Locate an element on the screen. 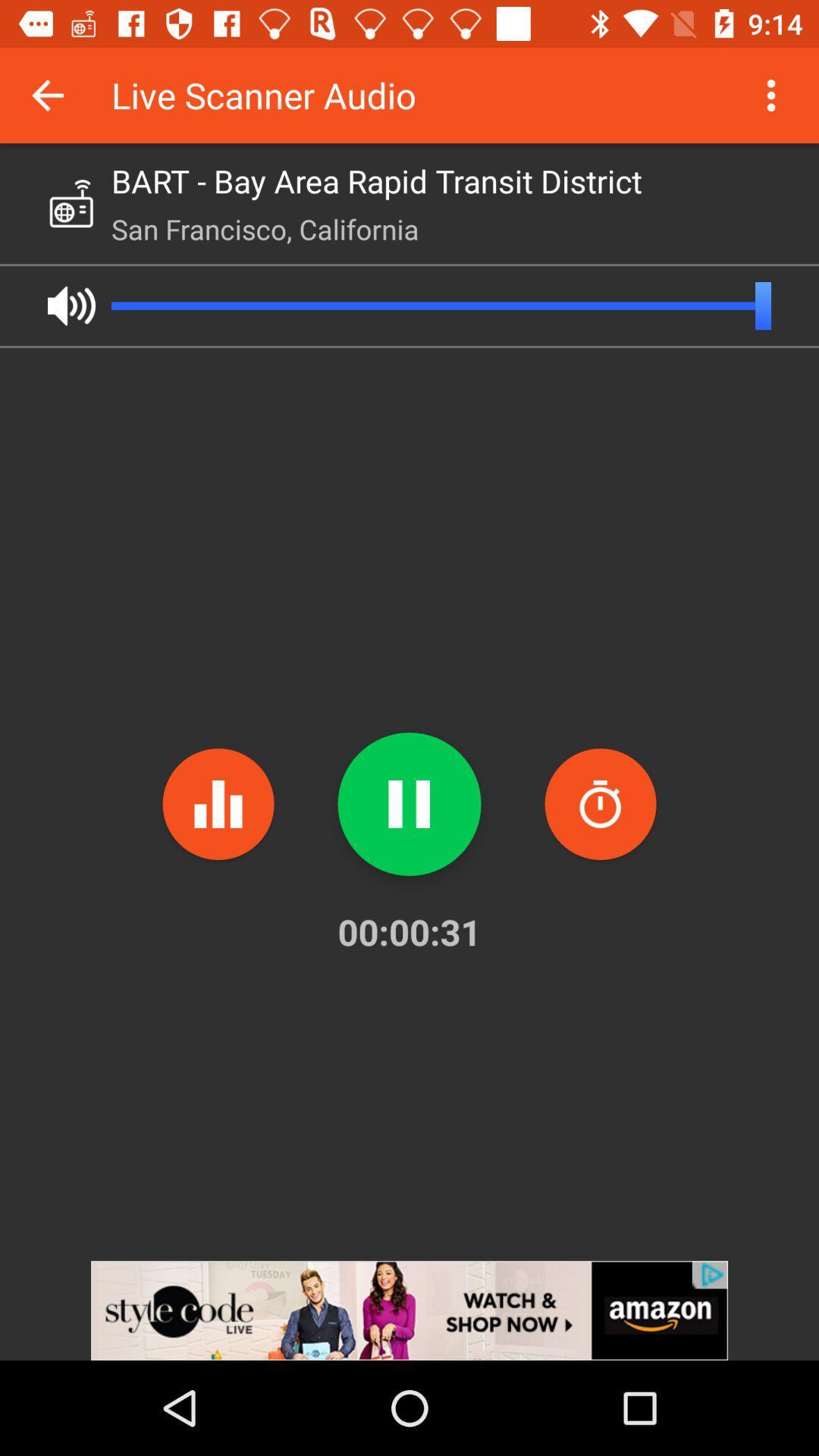 The width and height of the screenshot is (819, 1456). more is located at coordinates (771, 94).